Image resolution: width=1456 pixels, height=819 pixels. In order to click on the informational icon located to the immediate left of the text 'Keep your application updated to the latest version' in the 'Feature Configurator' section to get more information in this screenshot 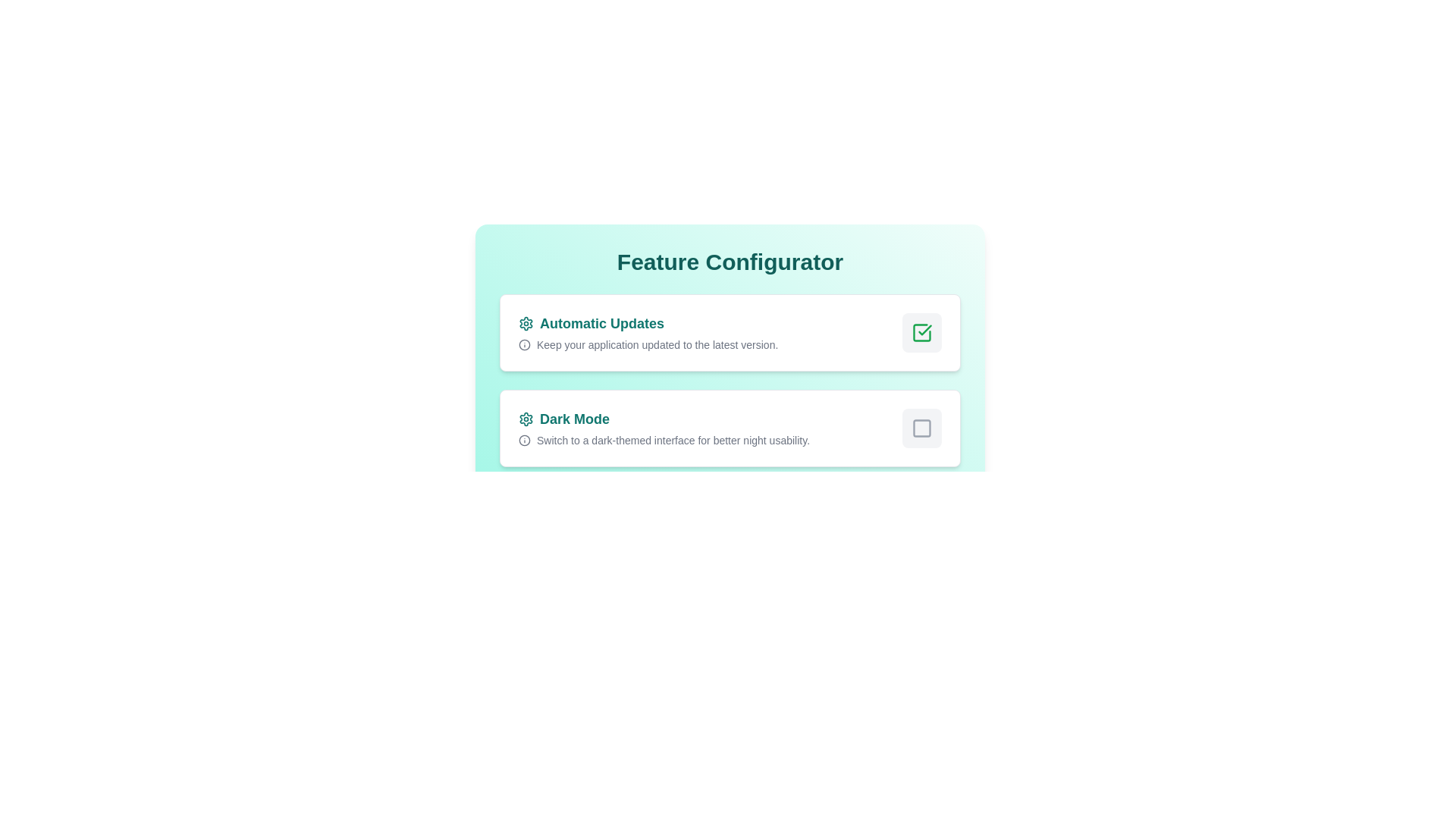, I will do `click(524, 345)`.